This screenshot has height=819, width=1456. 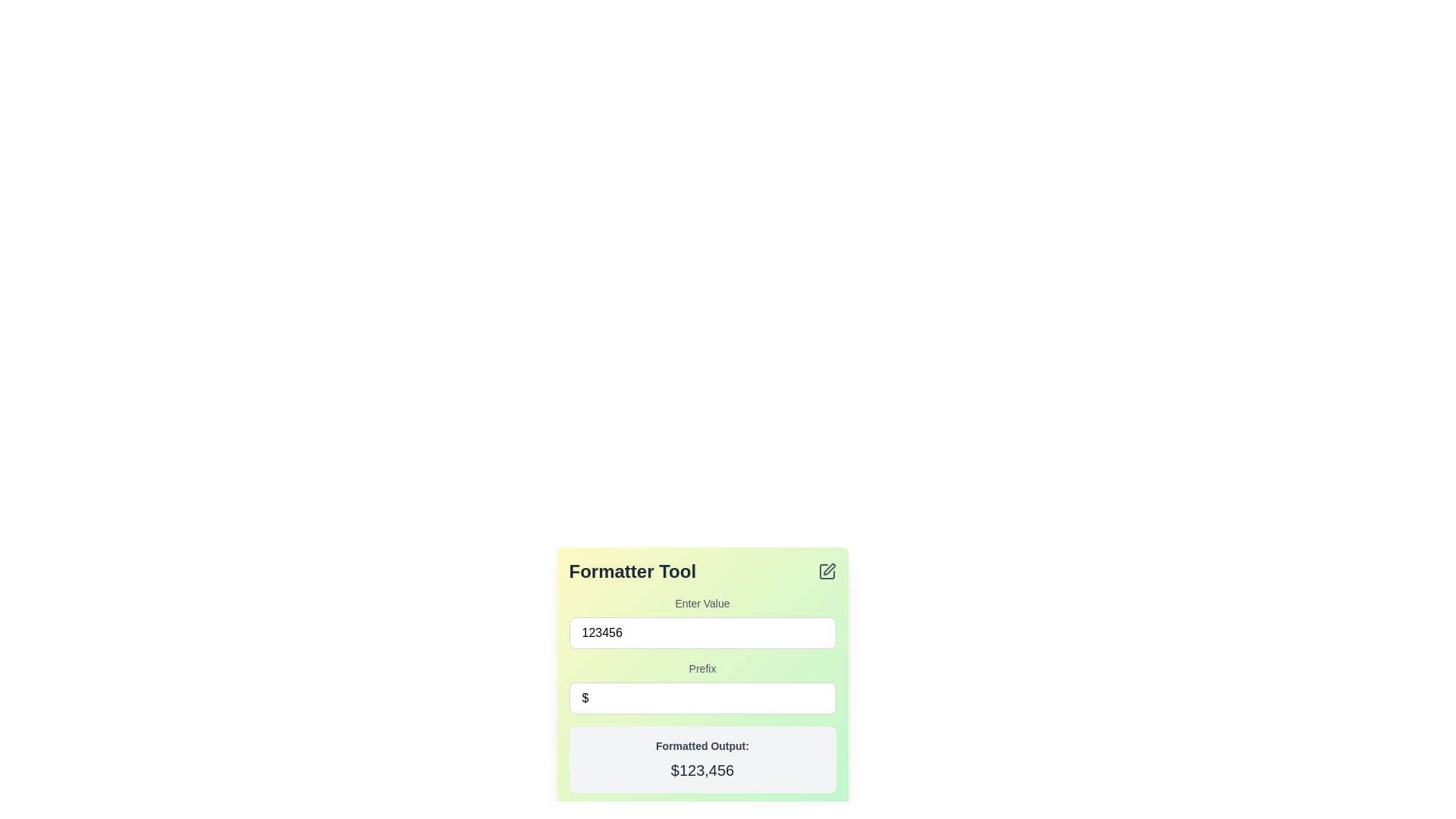 I want to click on displayed value from the static text label showing the formatted result '$123,456', which is located in a light gray box below 'Formatted Output:' in the lower region of the interface, so click(x=701, y=770).